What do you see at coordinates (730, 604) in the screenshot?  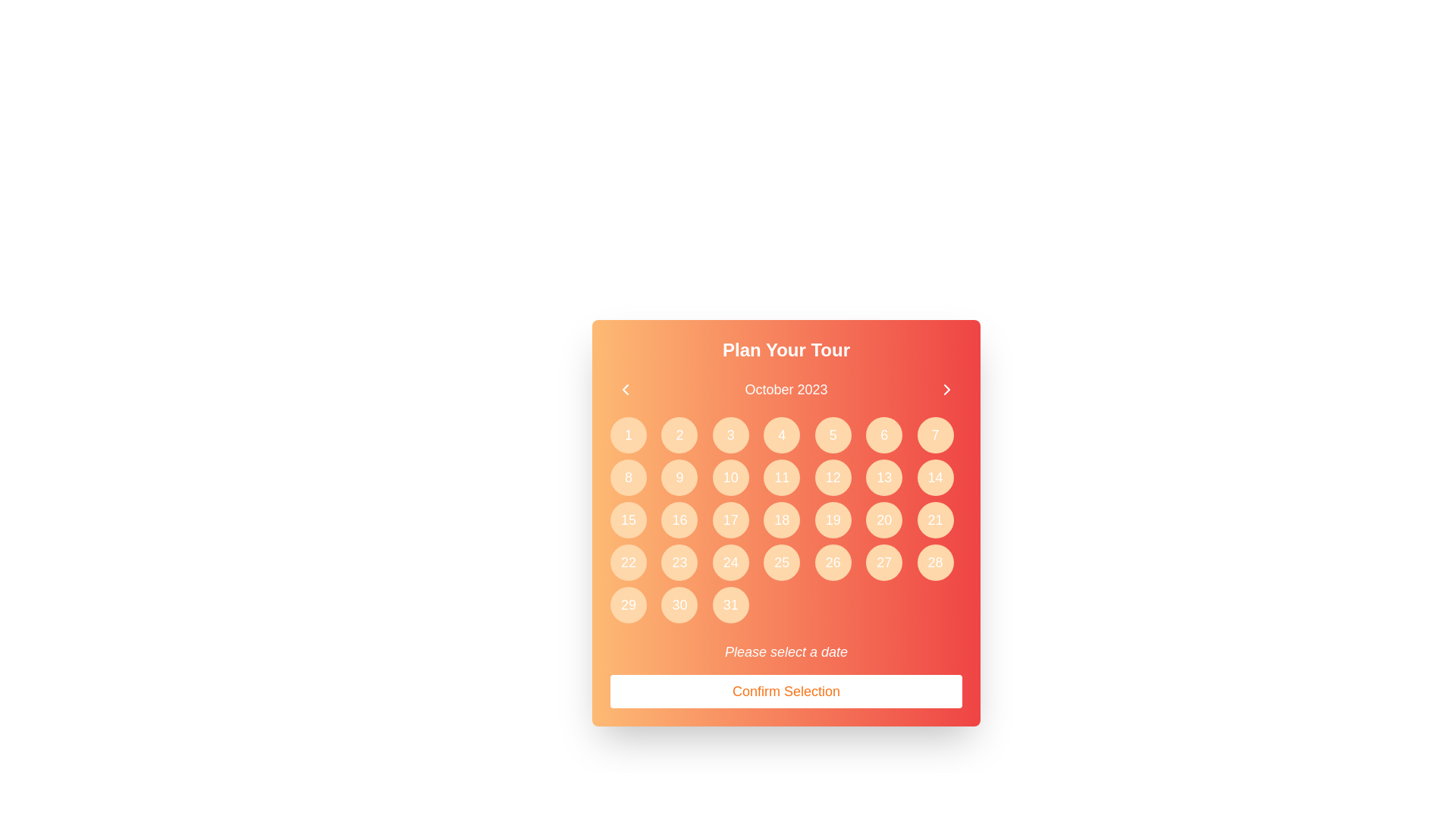 I see `the circular button with light yellow background and white text displaying '31'` at bounding box center [730, 604].